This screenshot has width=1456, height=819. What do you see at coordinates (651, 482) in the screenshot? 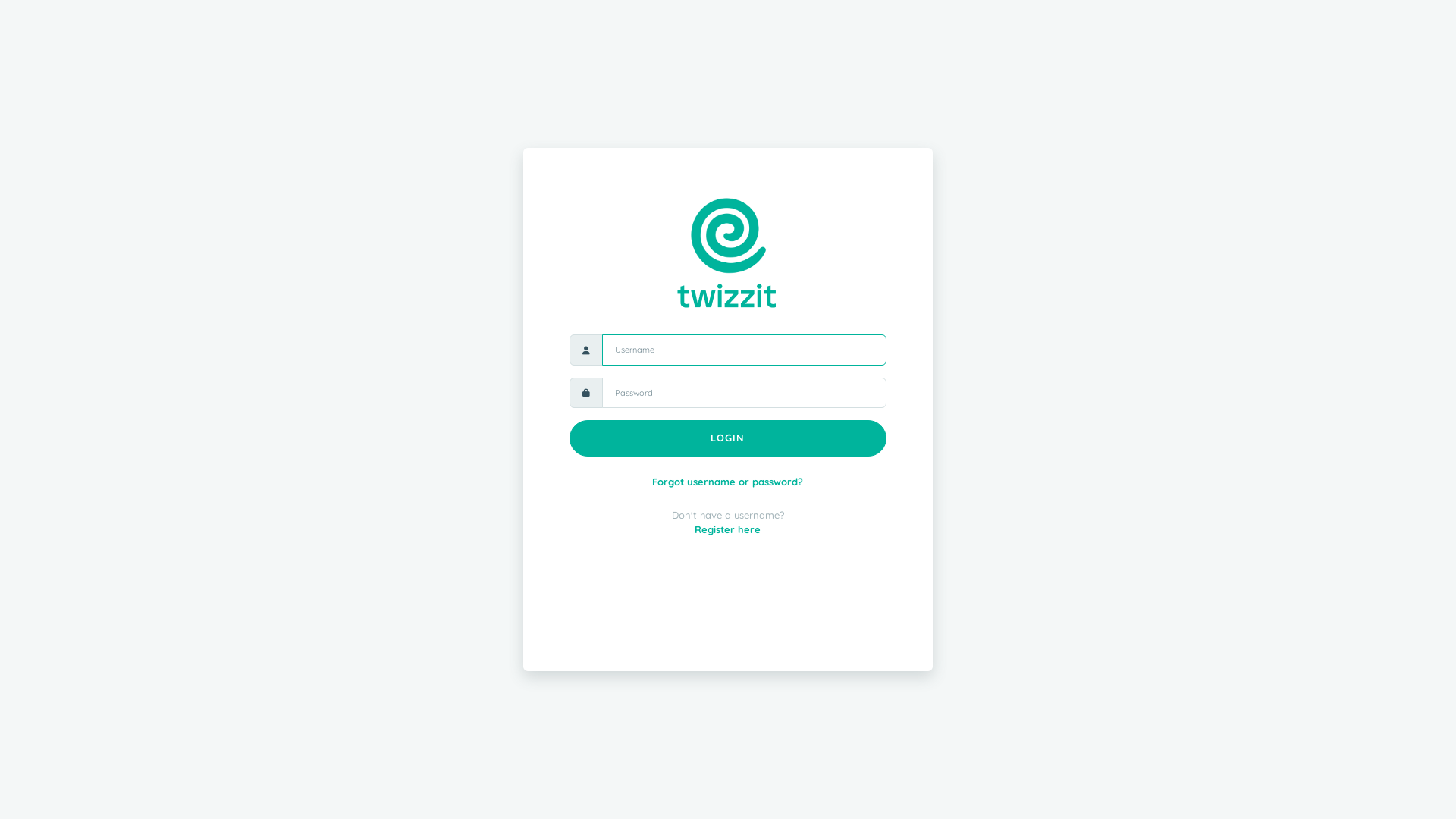
I see `'Forgot username or password?'` at bounding box center [651, 482].